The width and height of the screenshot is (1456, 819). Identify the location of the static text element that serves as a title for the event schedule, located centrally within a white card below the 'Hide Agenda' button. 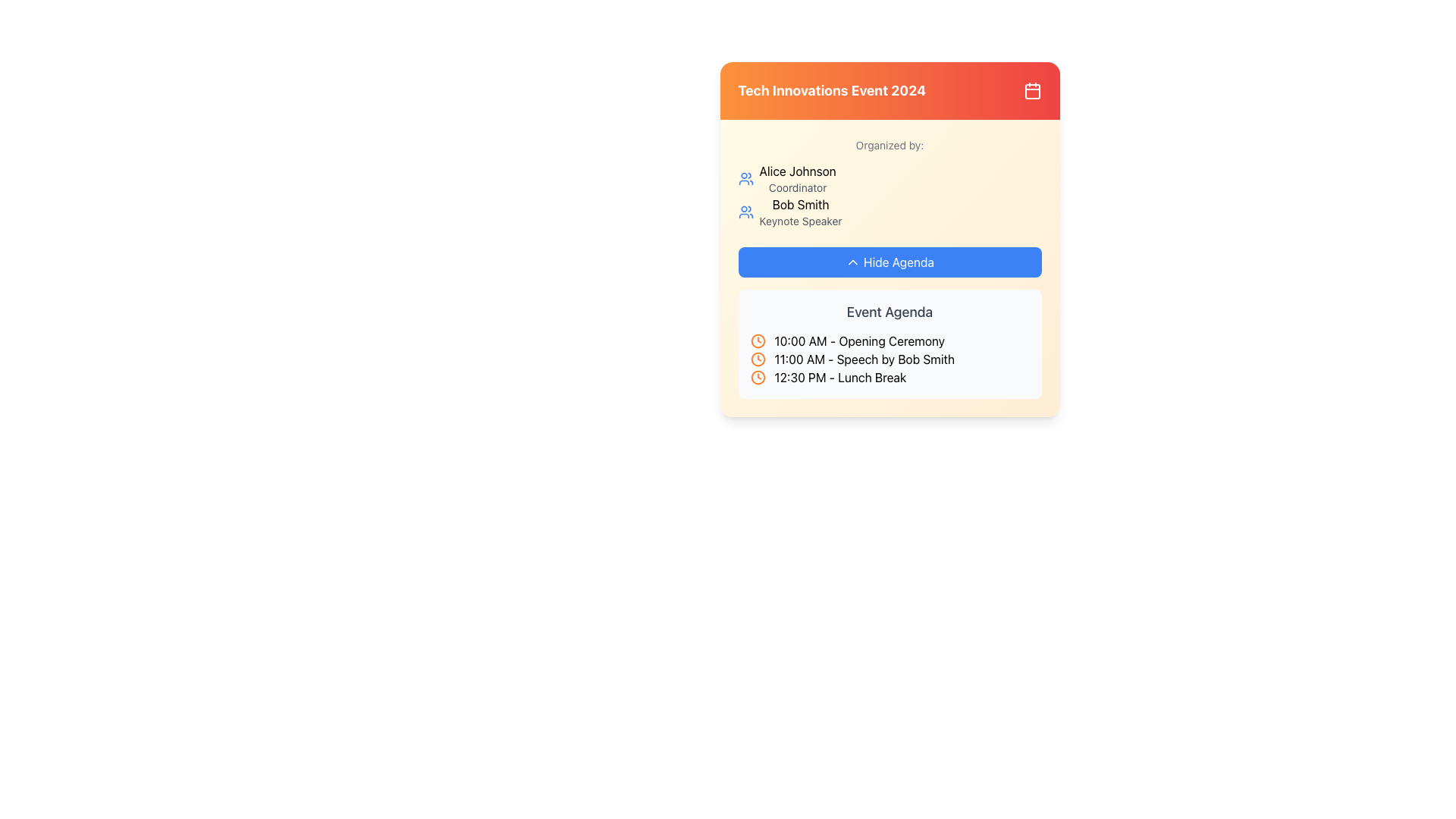
(890, 312).